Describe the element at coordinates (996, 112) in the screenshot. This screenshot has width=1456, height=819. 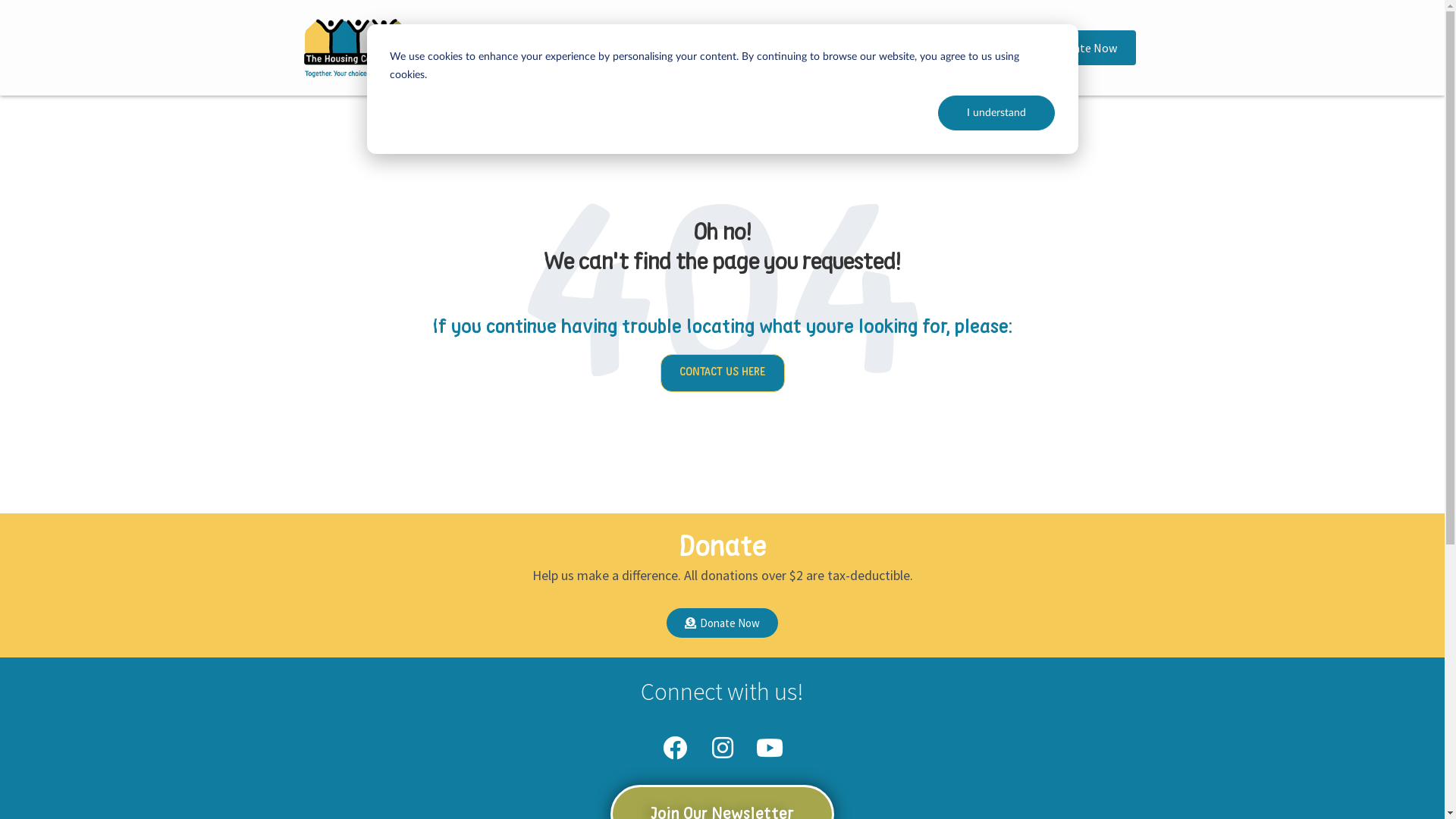
I see `'I understand'` at that location.